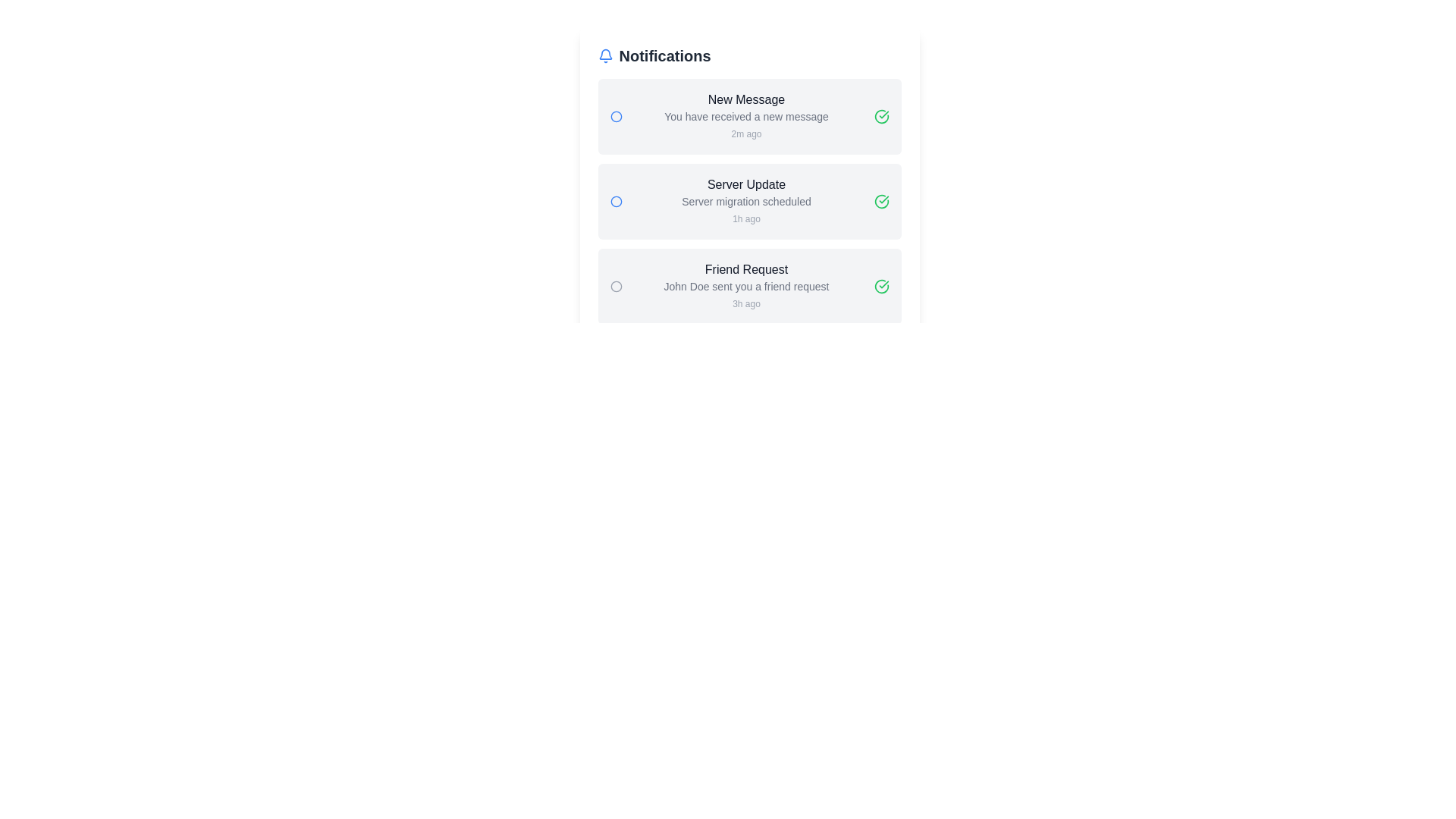 The width and height of the screenshot is (1456, 819). I want to click on the bell-shaped icon, so click(604, 55).